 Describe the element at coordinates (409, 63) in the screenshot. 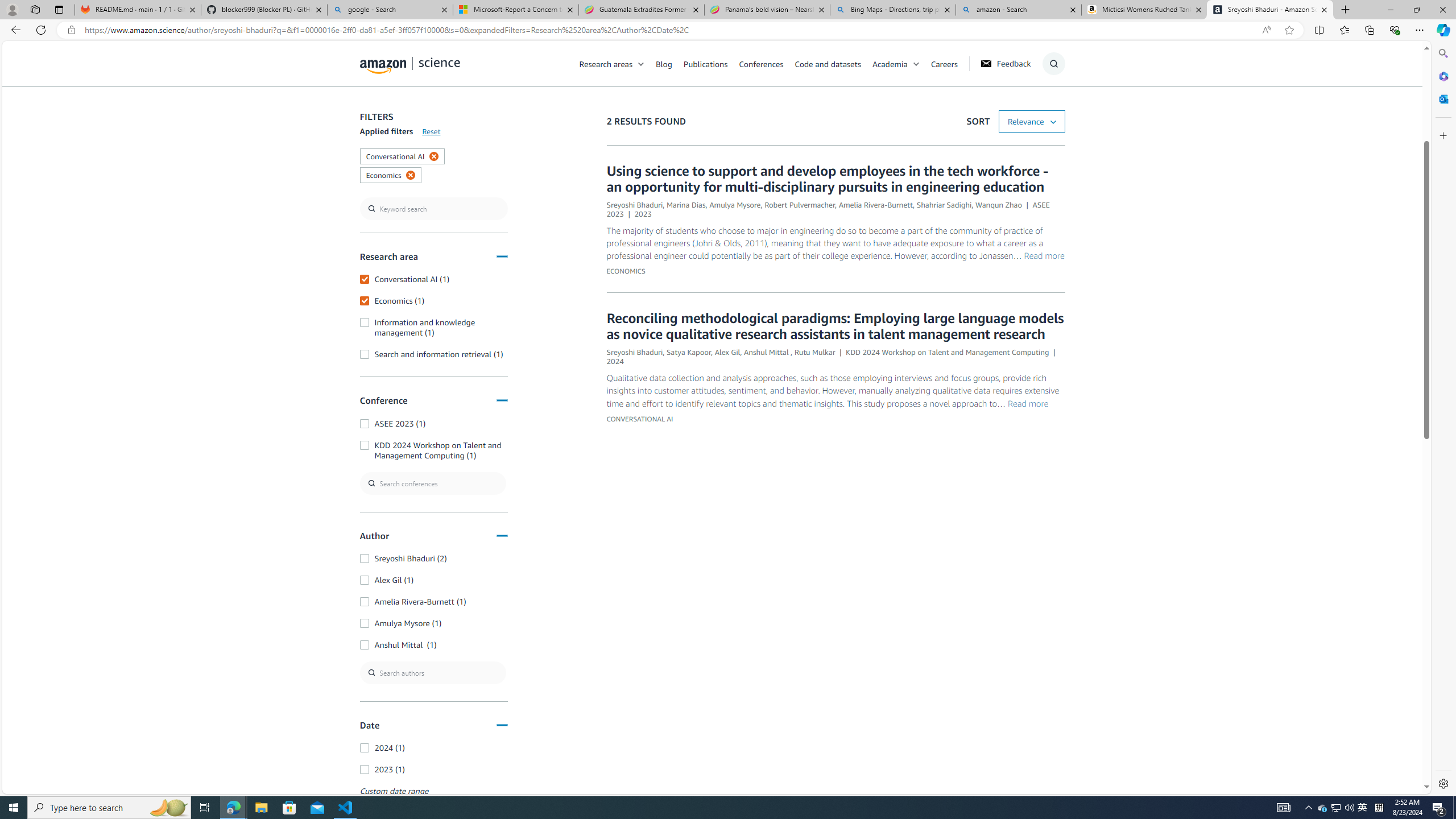

I see `'home page'` at that location.